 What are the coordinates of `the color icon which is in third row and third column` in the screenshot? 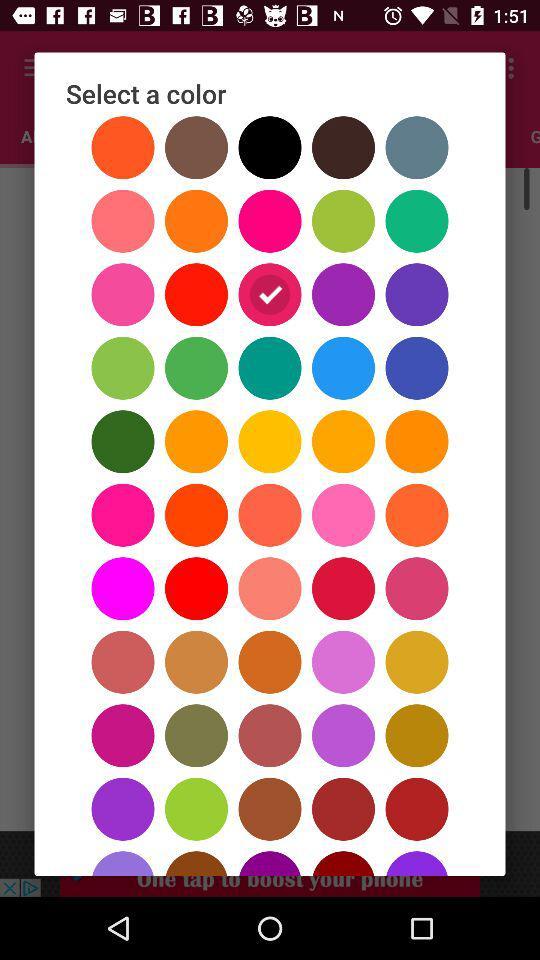 It's located at (36, 68).